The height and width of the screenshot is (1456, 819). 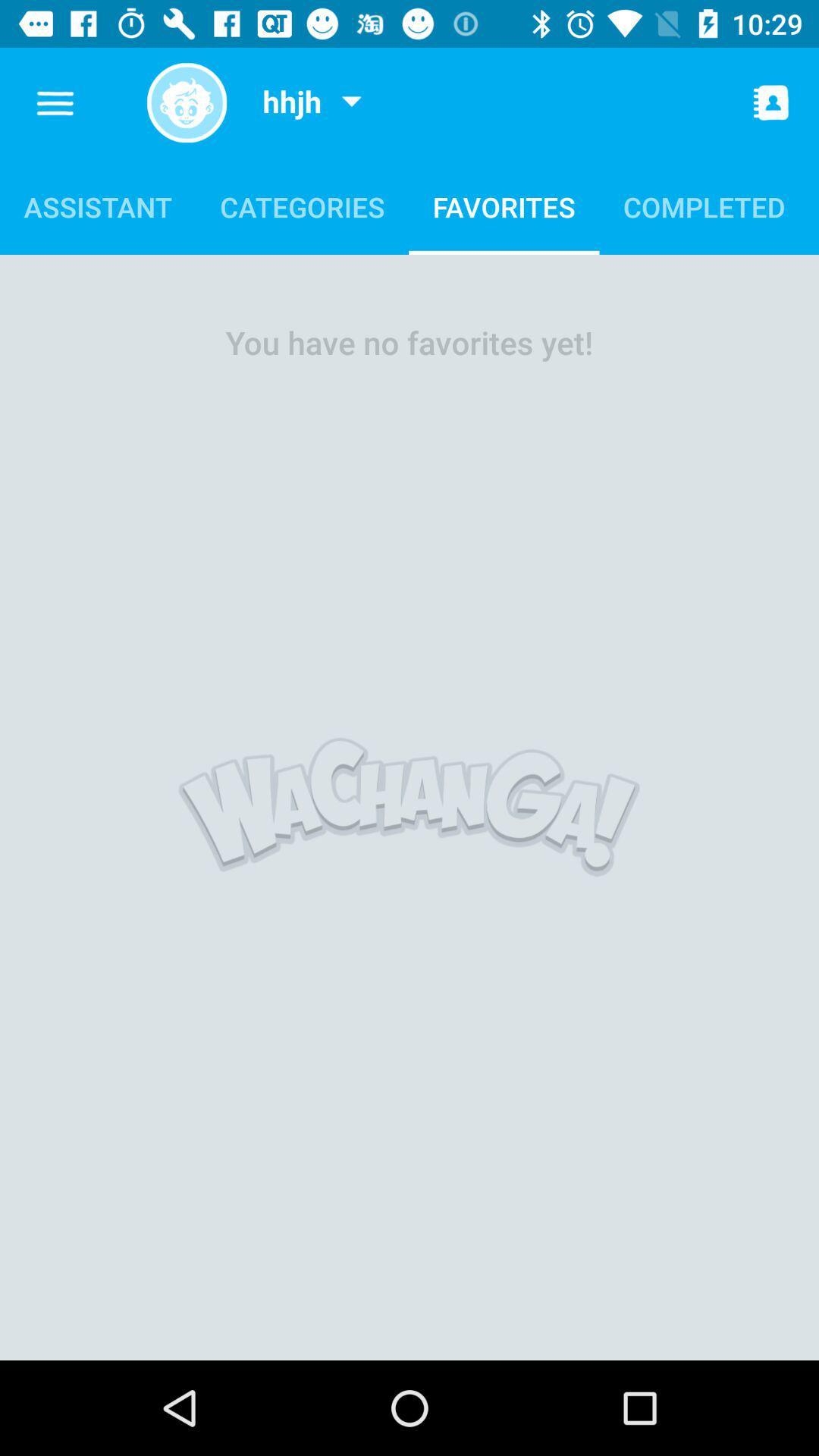 What do you see at coordinates (351, 102) in the screenshot?
I see `drop down` at bounding box center [351, 102].